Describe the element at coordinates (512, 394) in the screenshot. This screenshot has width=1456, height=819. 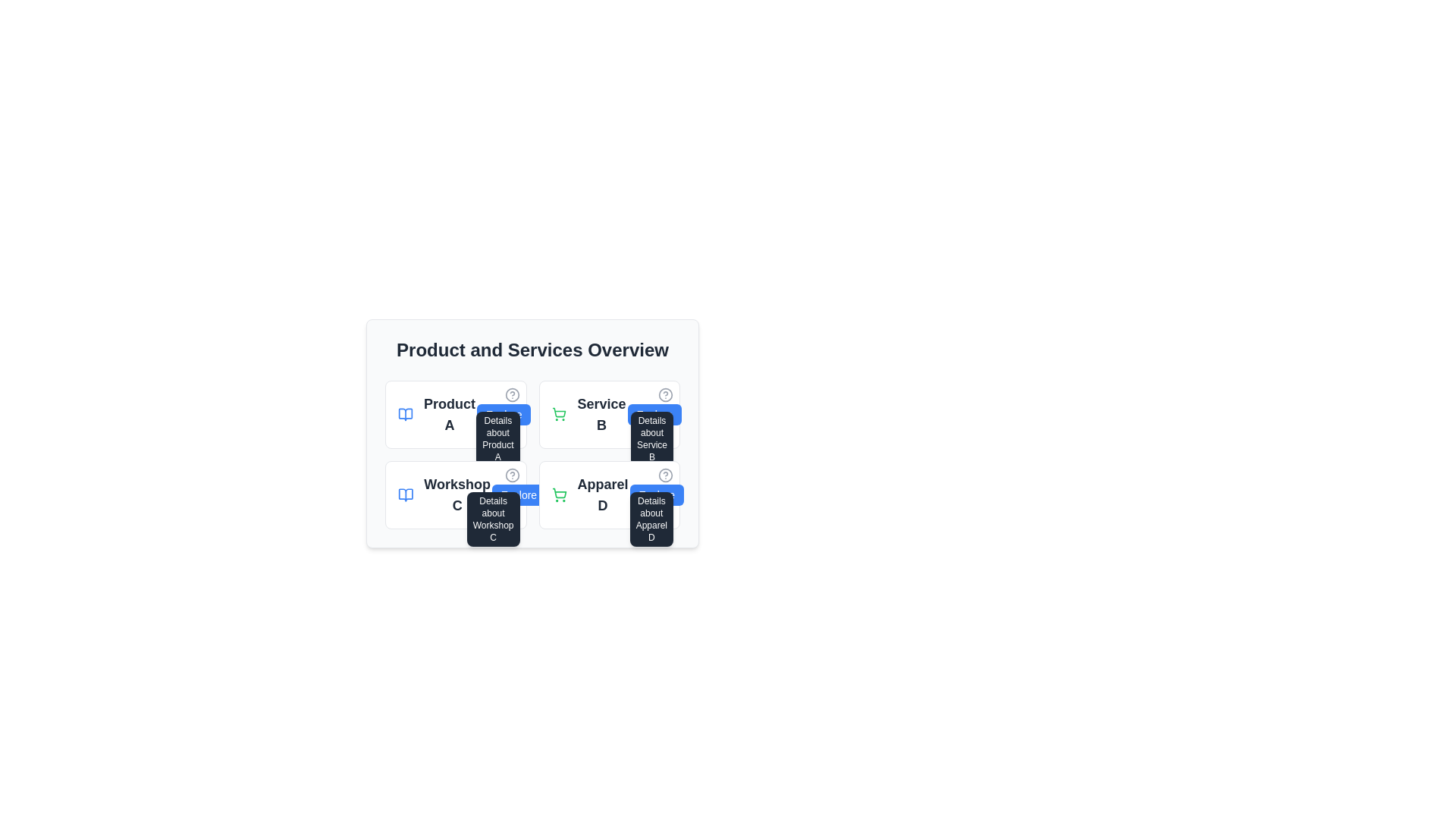
I see `the help icon located at the top-right corner of the 'Product A' card, adjacent to the title 'Product A'` at that location.